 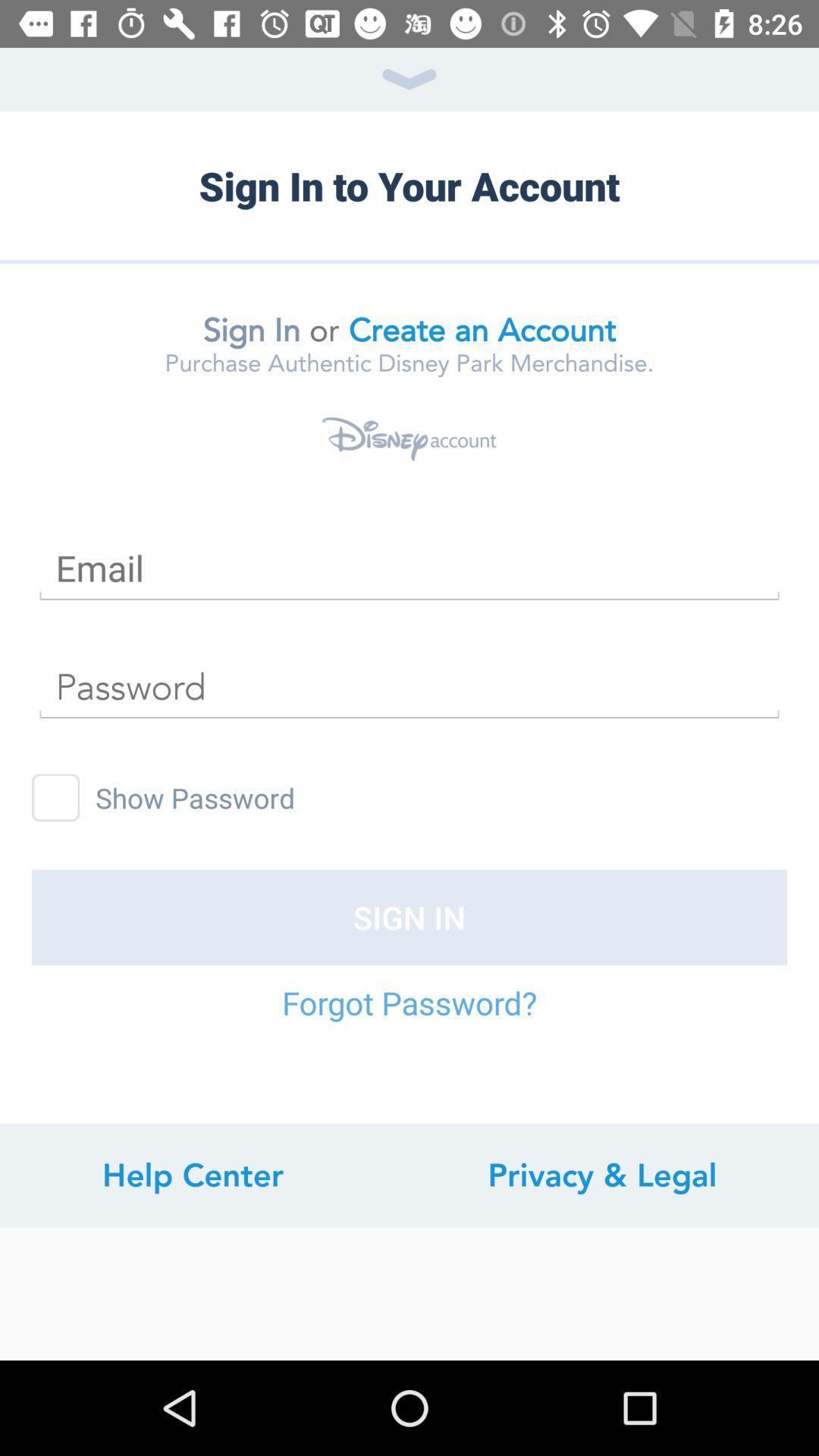 What do you see at coordinates (55, 797) in the screenshot?
I see `show password` at bounding box center [55, 797].